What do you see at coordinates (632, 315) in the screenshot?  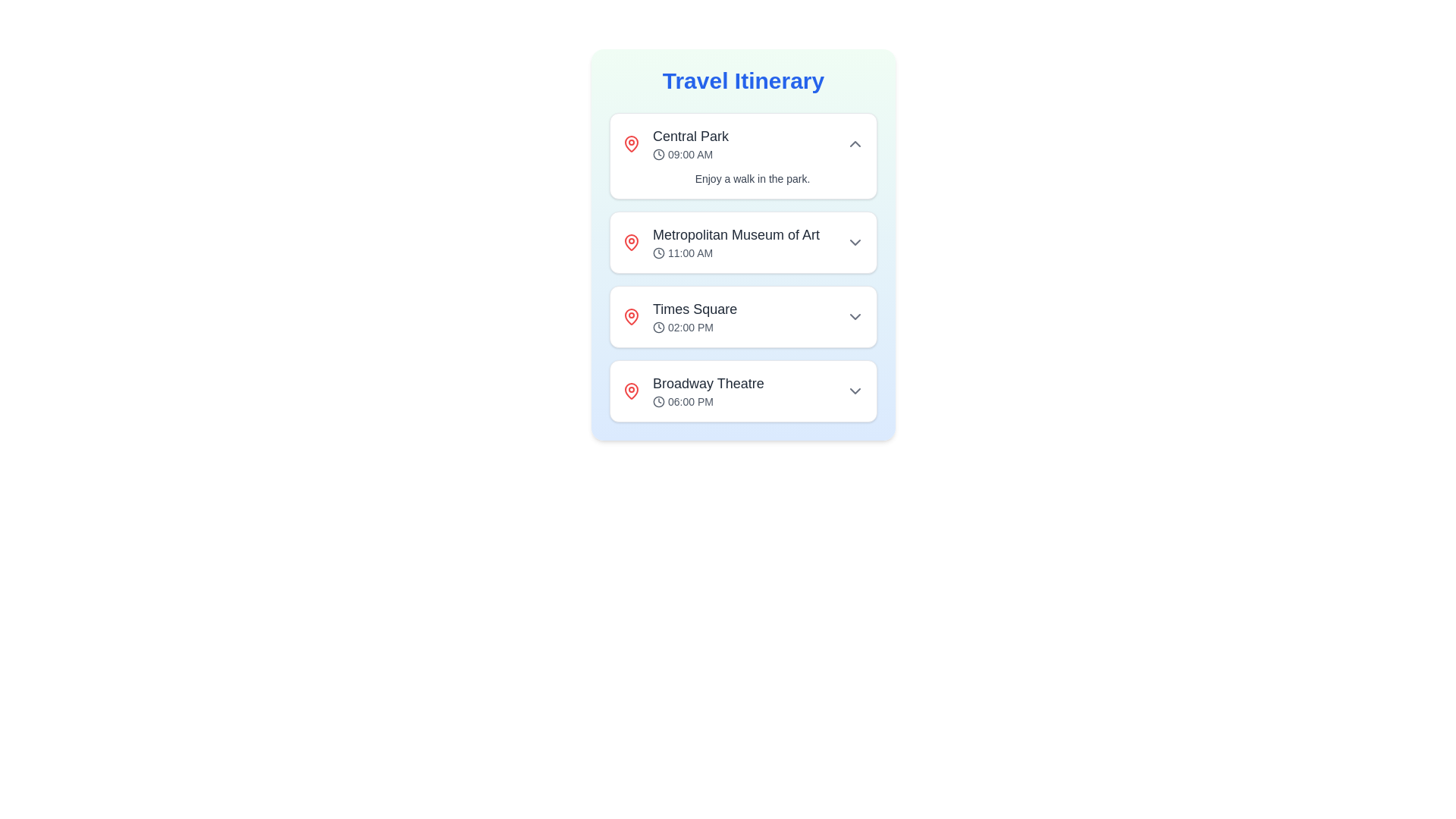 I see `the decorative or functional indicator icon for 'Times Square', which is located in the third entry of the 'Travel Itinerary' list, to the left of the text 'Times Square'` at bounding box center [632, 315].